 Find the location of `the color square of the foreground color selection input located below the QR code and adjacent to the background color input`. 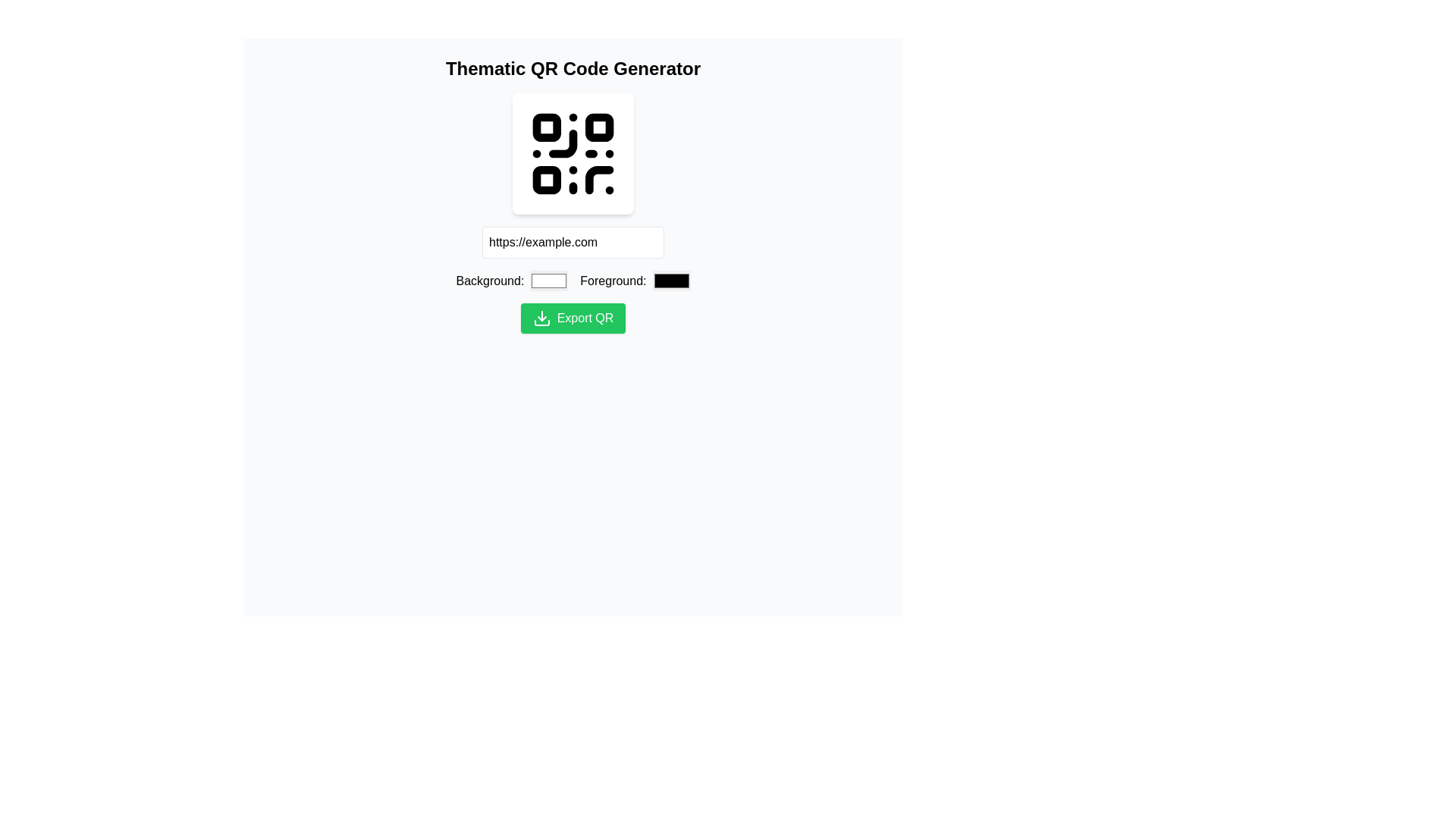

the color square of the foreground color selection input located below the QR code and adjacent to the background color input is located at coordinates (635, 281).